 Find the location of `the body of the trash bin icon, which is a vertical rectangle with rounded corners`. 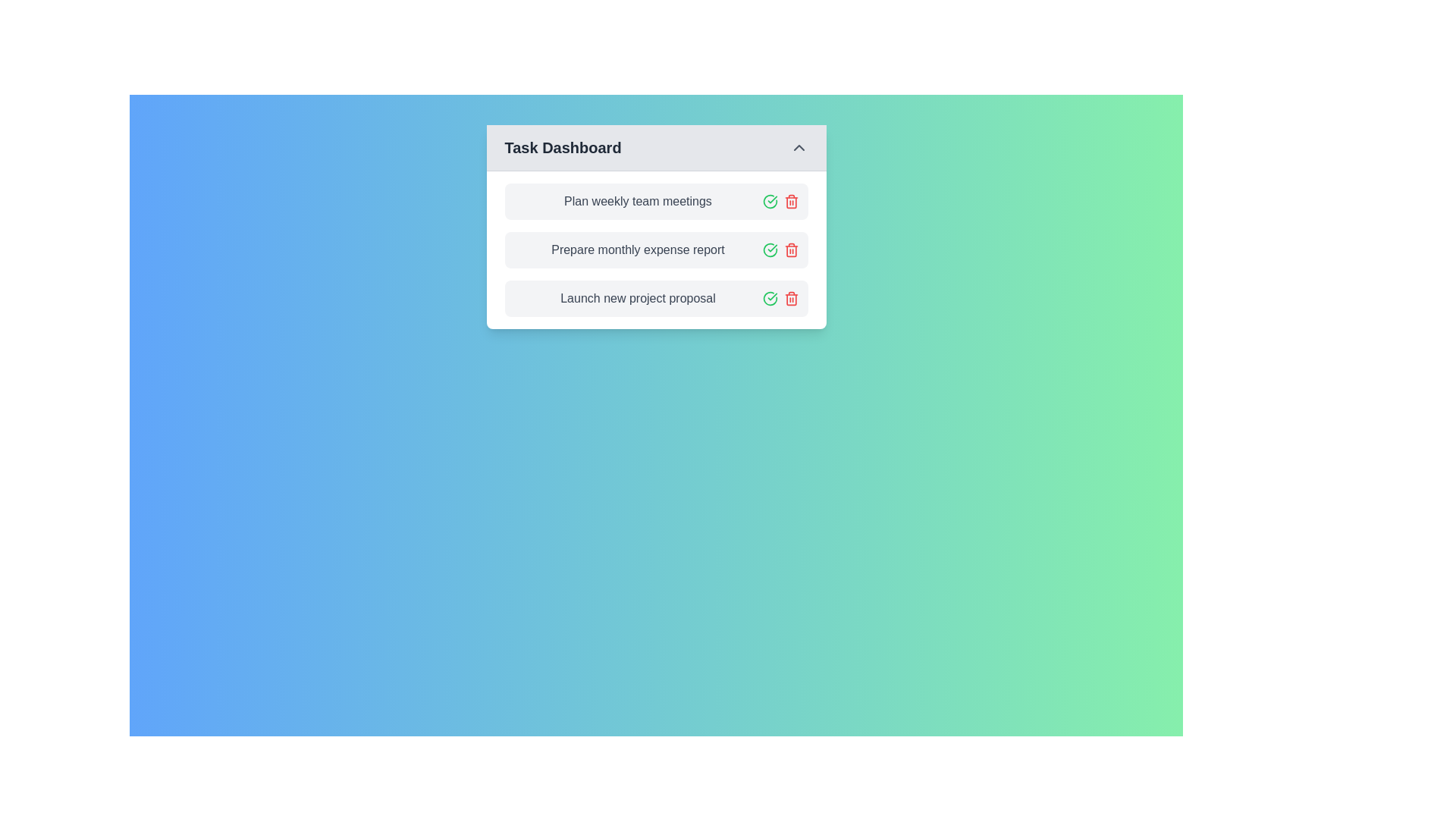

the body of the trash bin icon, which is a vertical rectangle with rounded corners is located at coordinates (790, 202).